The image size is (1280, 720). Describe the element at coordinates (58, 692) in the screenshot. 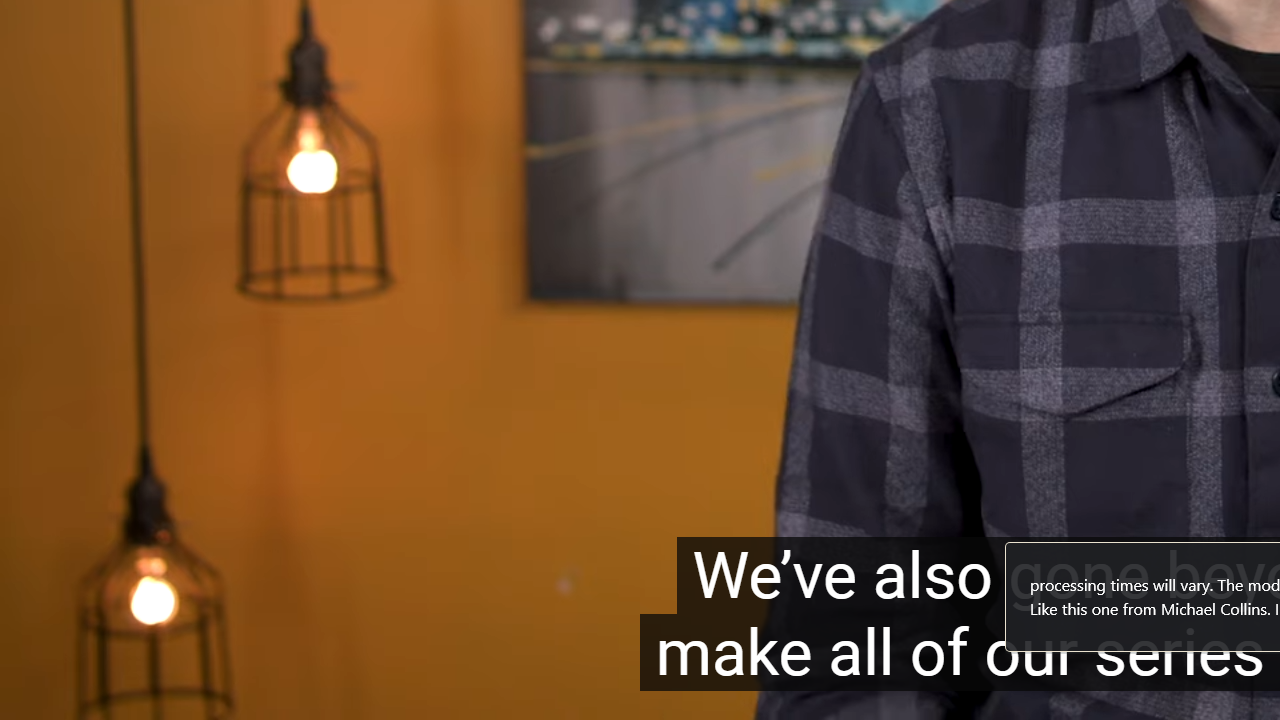

I see `'Pause (k)'` at that location.